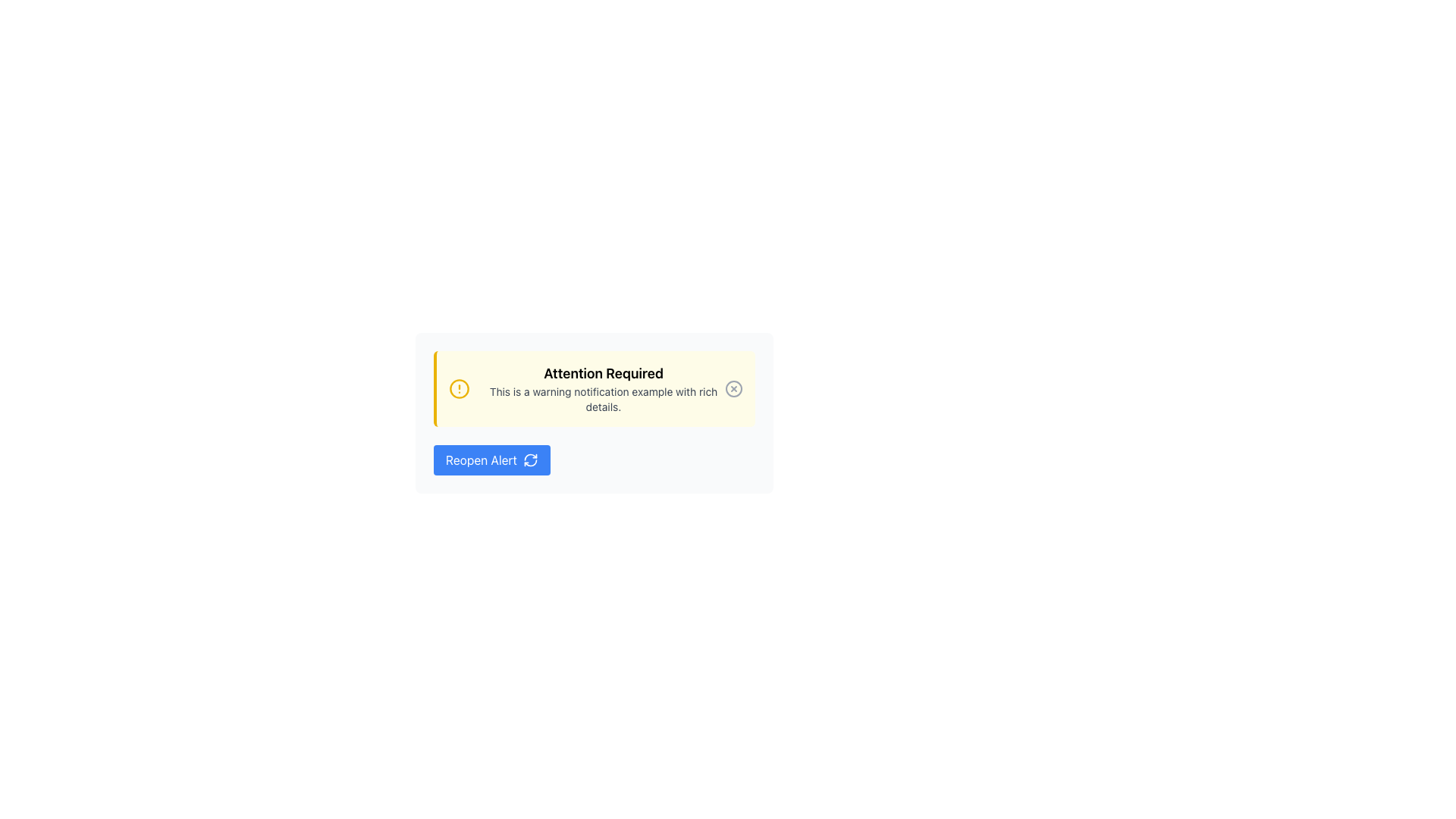 The width and height of the screenshot is (1456, 819). What do you see at coordinates (603, 388) in the screenshot?
I see `the informational warning text displayed in the yellow warning box, positioned between an icon on the left and a close button on the right` at bounding box center [603, 388].